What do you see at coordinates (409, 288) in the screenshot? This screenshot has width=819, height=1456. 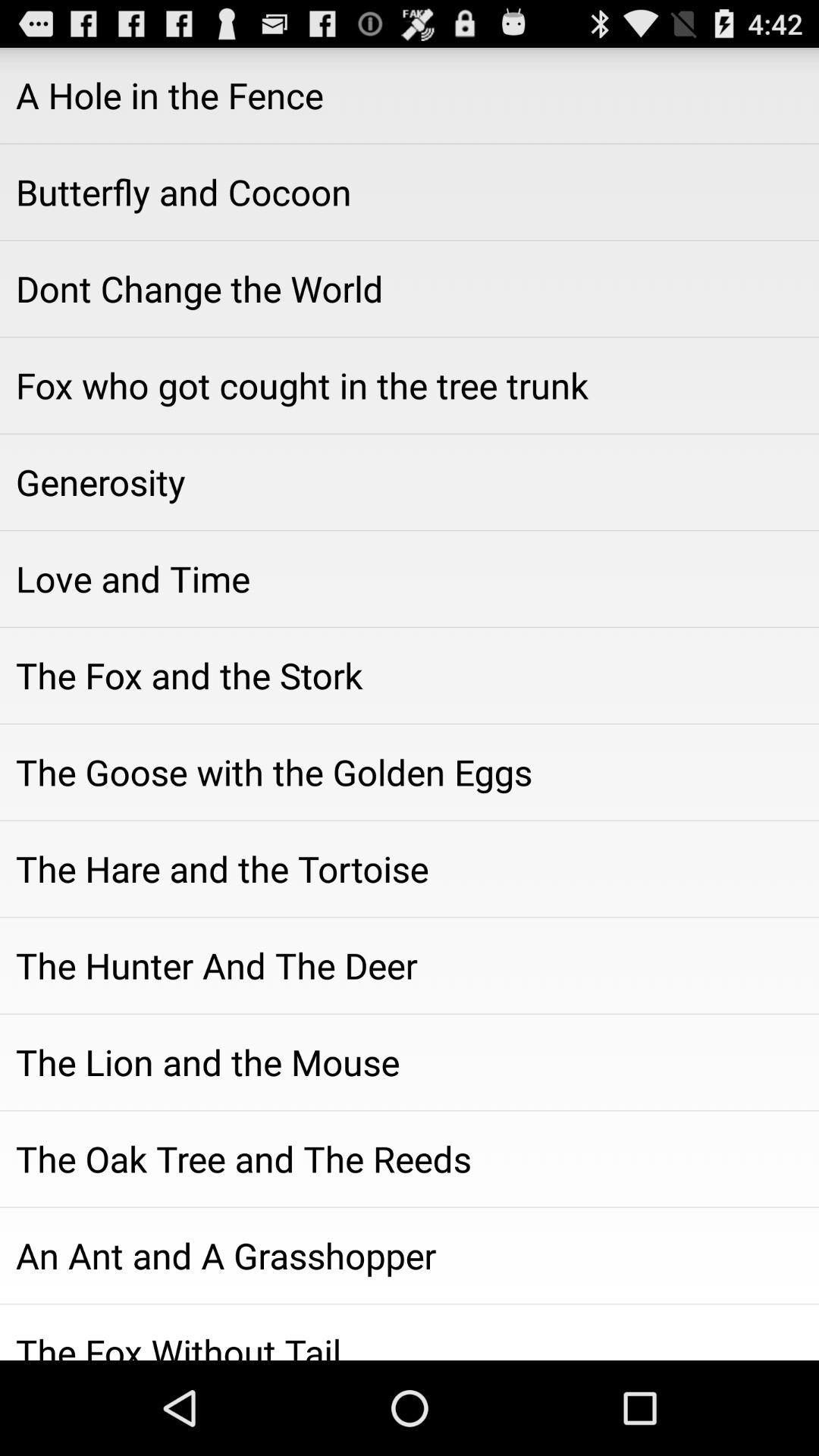 I see `the dont change the item` at bounding box center [409, 288].